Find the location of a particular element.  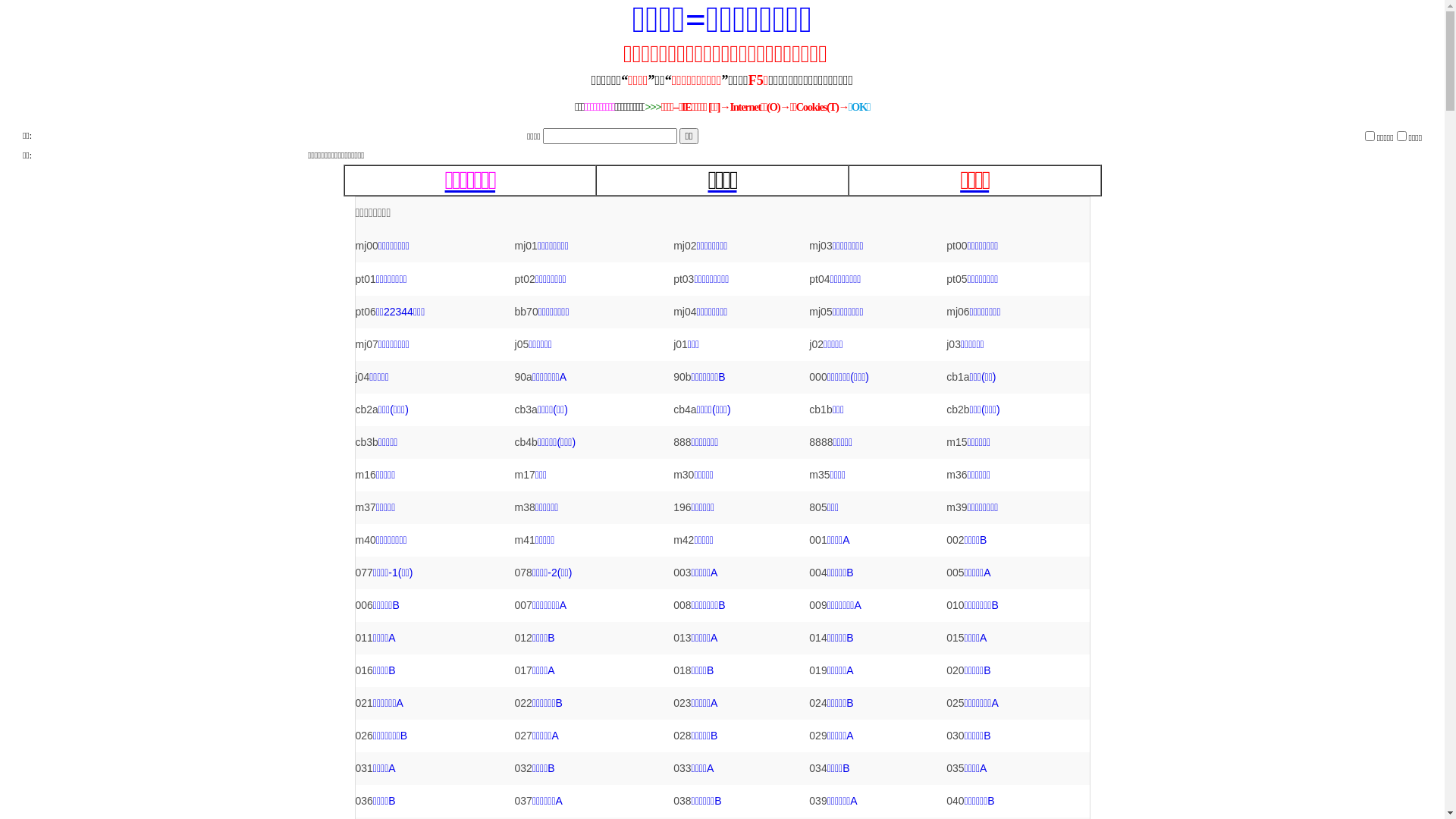

'006' is located at coordinates (353, 604).